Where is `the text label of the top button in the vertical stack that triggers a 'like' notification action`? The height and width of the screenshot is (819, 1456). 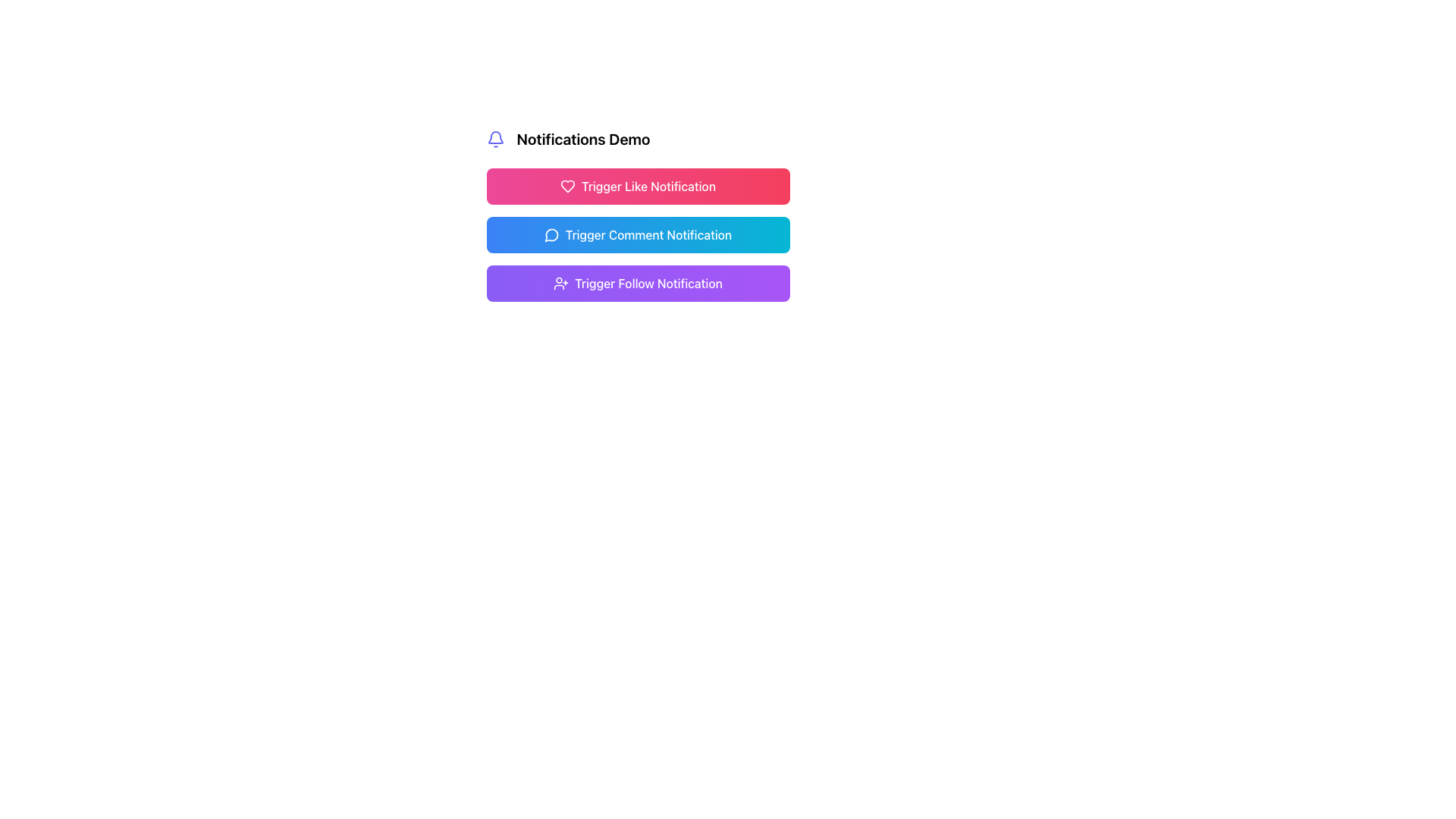
the text label of the top button in the vertical stack that triggers a 'like' notification action is located at coordinates (648, 186).